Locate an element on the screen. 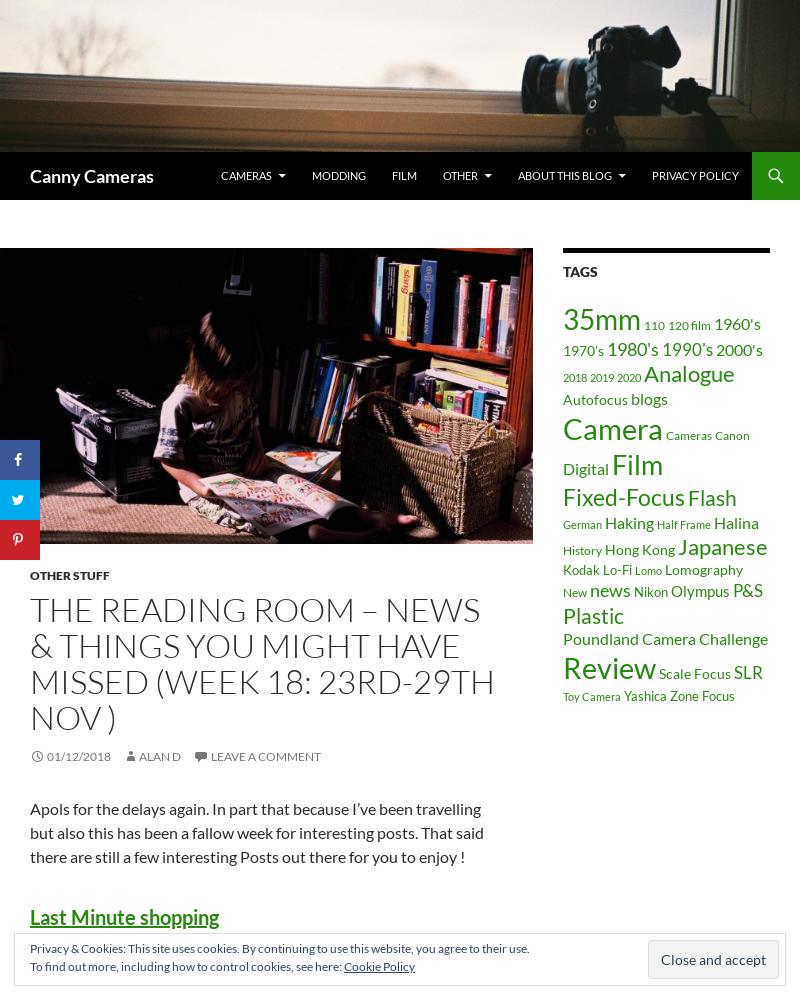  'modding' is located at coordinates (339, 174).